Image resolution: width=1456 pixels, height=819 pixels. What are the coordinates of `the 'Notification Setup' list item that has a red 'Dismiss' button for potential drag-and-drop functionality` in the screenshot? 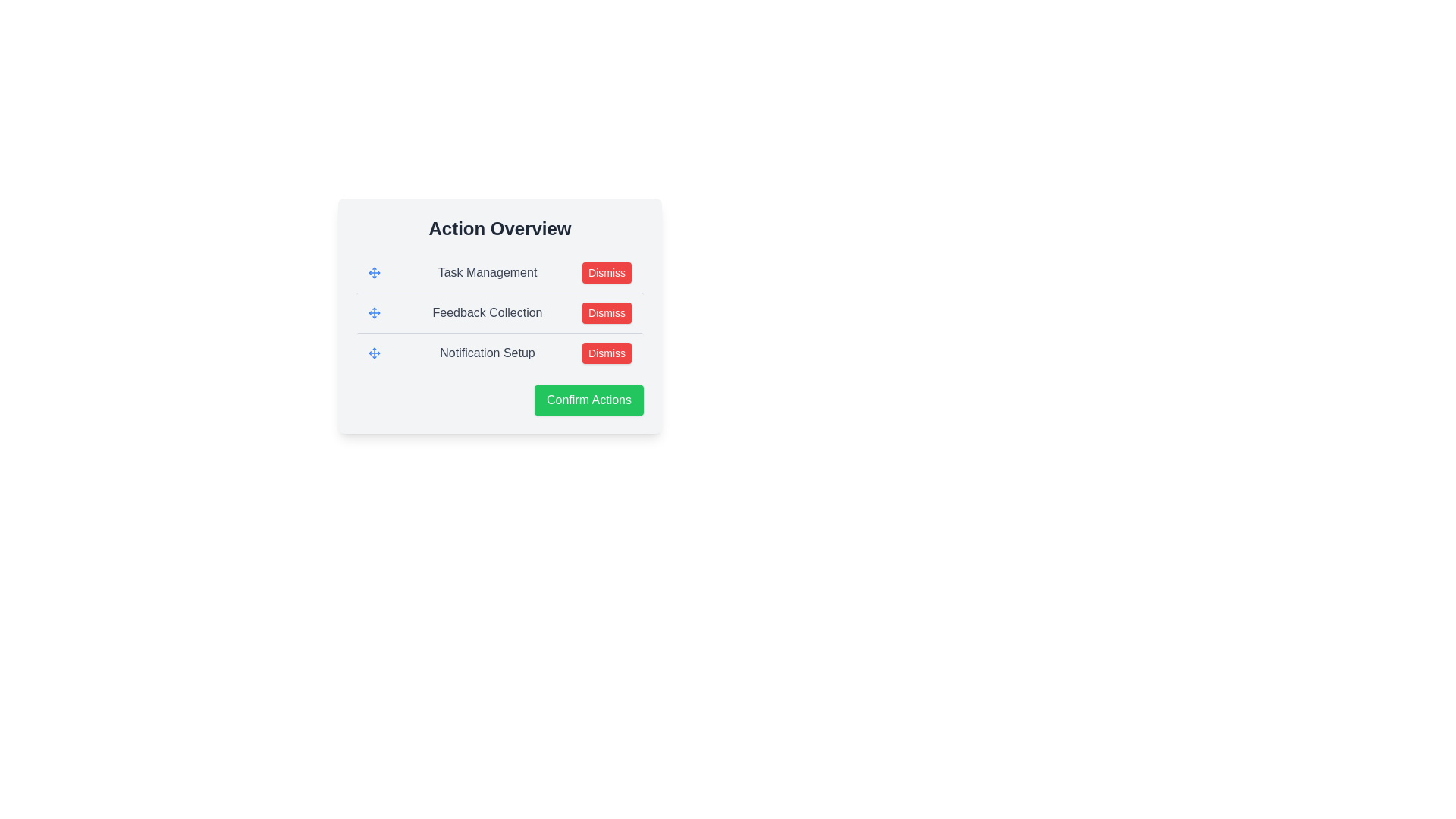 It's located at (500, 353).